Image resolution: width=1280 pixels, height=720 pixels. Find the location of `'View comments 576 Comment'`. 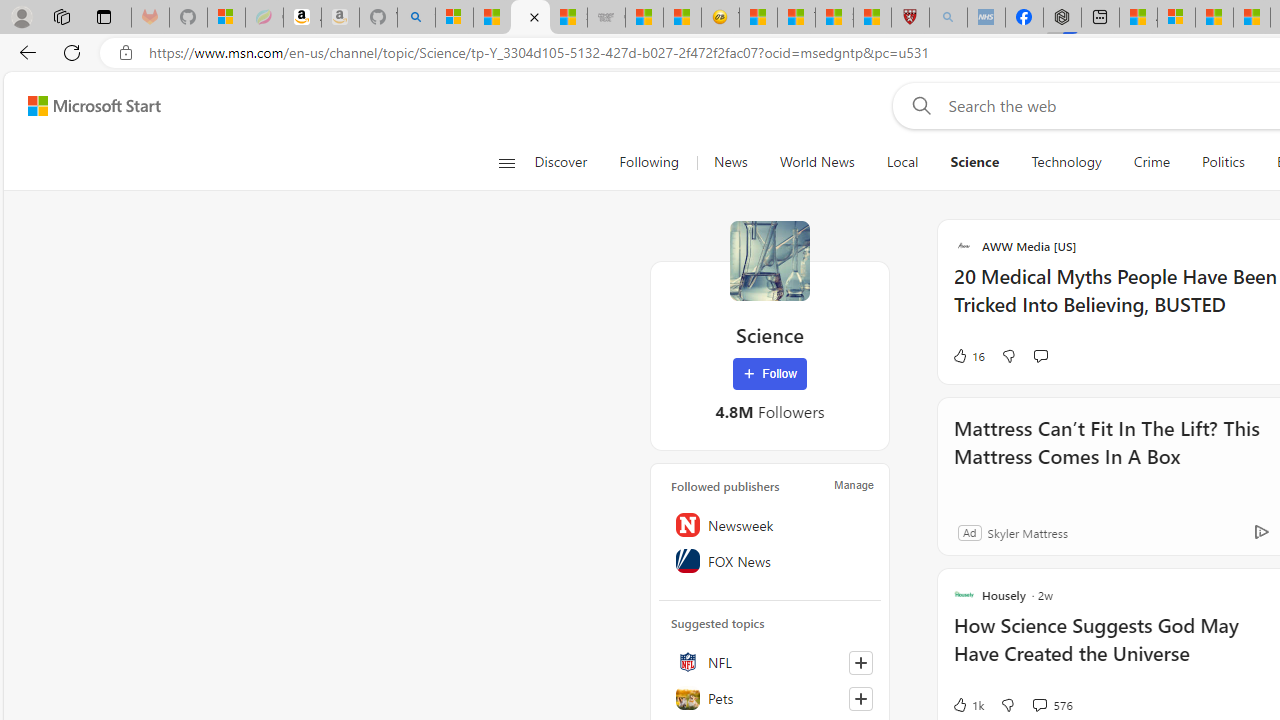

'View comments 576 Comment' is located at coordinates (1039, 703).